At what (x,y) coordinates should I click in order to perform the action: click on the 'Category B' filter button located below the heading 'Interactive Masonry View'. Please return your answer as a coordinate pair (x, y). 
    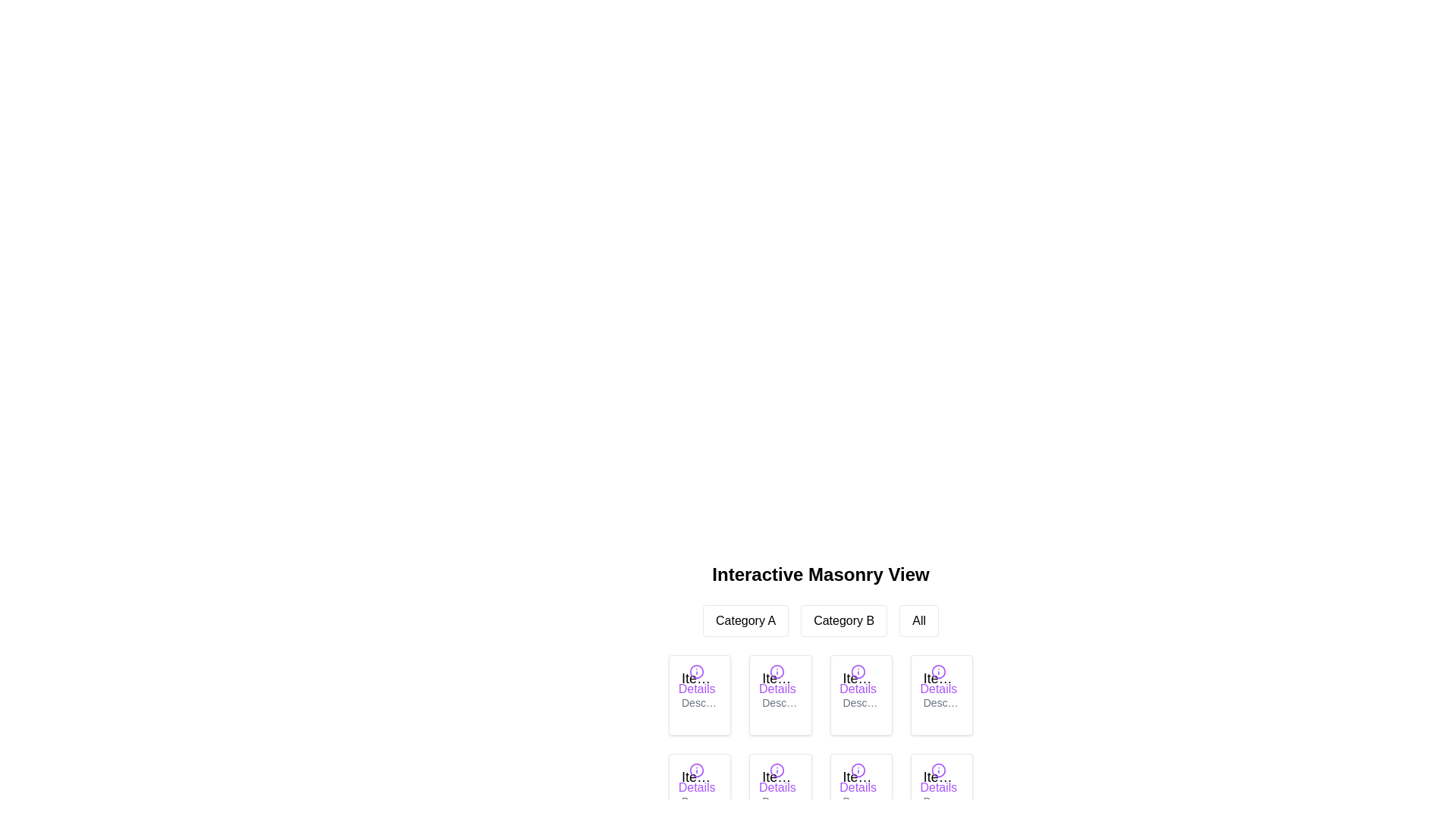
    Looking at the image, I should click on (843, 620).